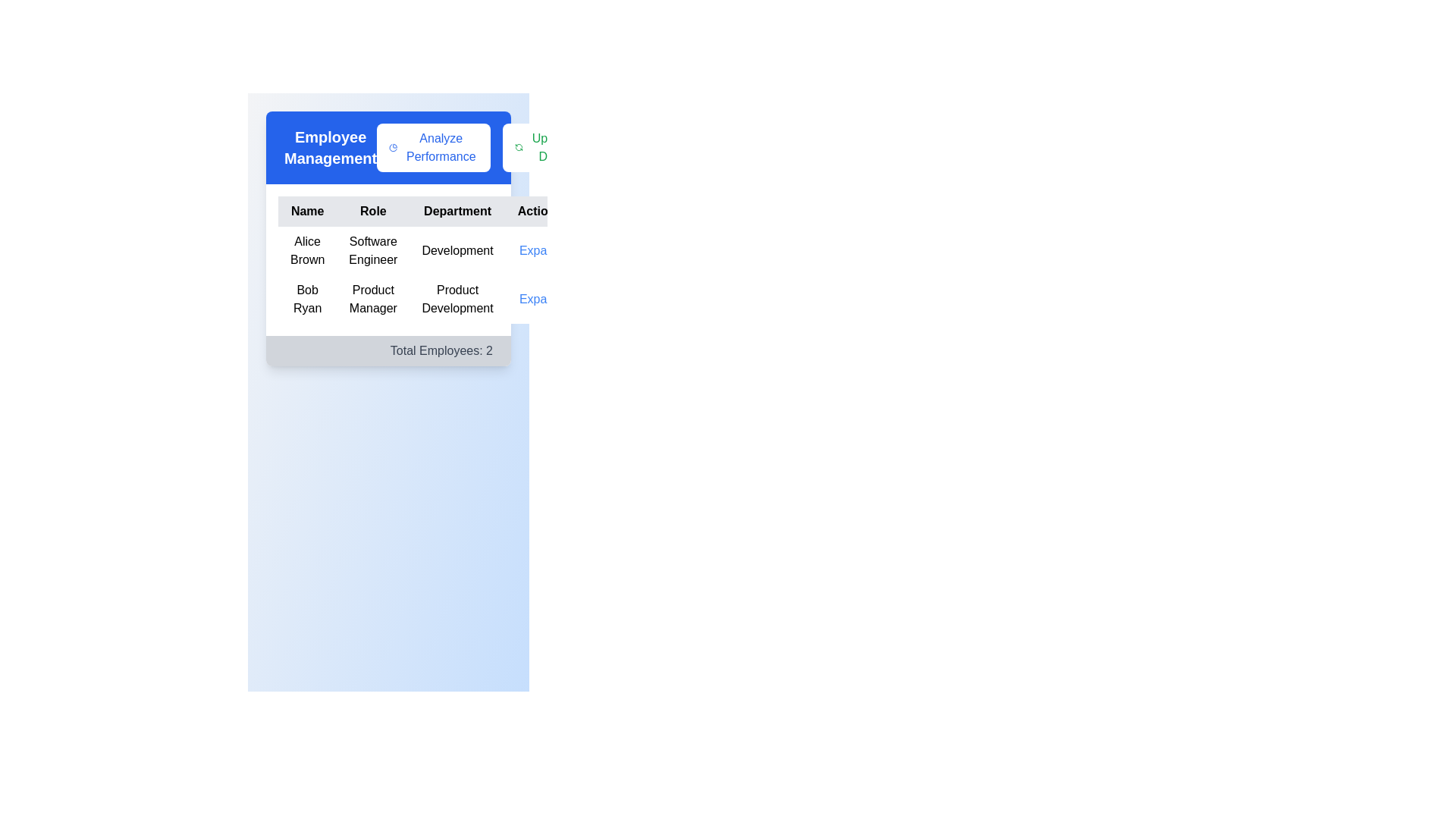  Describe the element at coordinates (425, 275) in the screenshot. I see `the name or role in the second row of the table containing 'Alice Brown' and 'Bob Ryan'` at that location.